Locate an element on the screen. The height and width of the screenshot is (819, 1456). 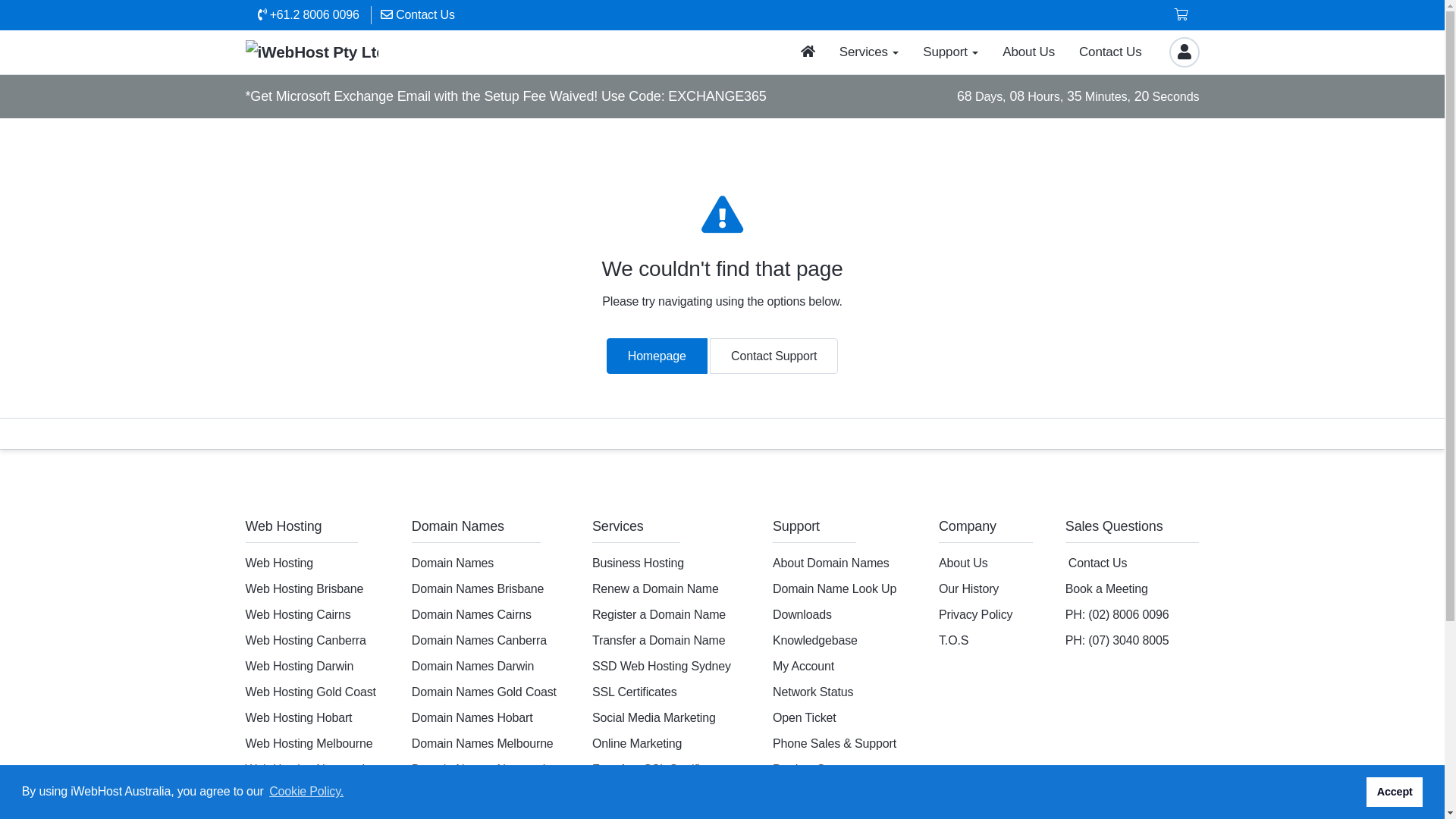
'Web Hosting Newcastle' is located at coordinates (308, 769).